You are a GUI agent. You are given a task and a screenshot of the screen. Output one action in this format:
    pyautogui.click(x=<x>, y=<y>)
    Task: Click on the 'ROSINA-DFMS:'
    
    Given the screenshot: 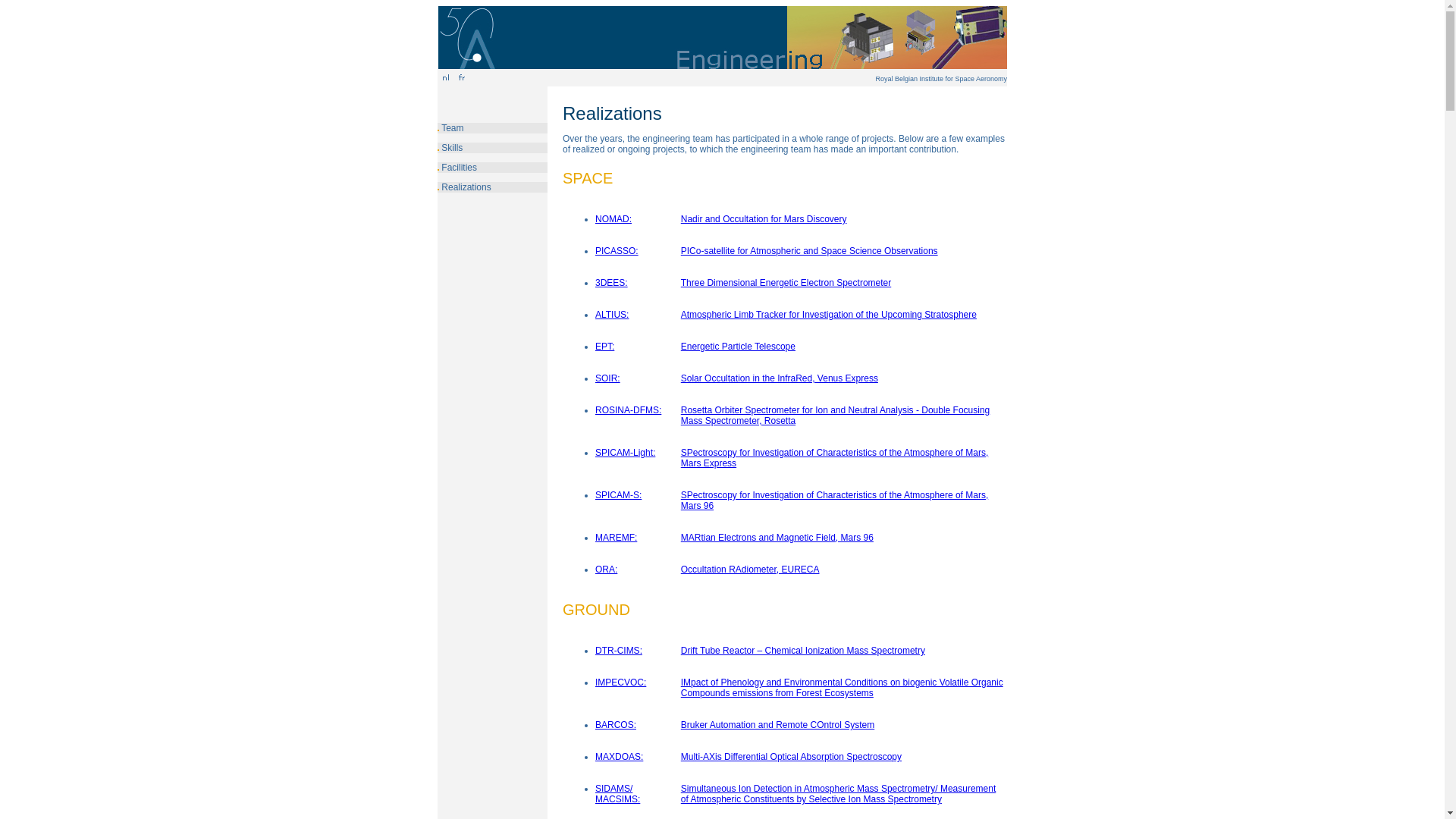 What is the action you would take?
    pyautogui.click(x=628, y=409)
    